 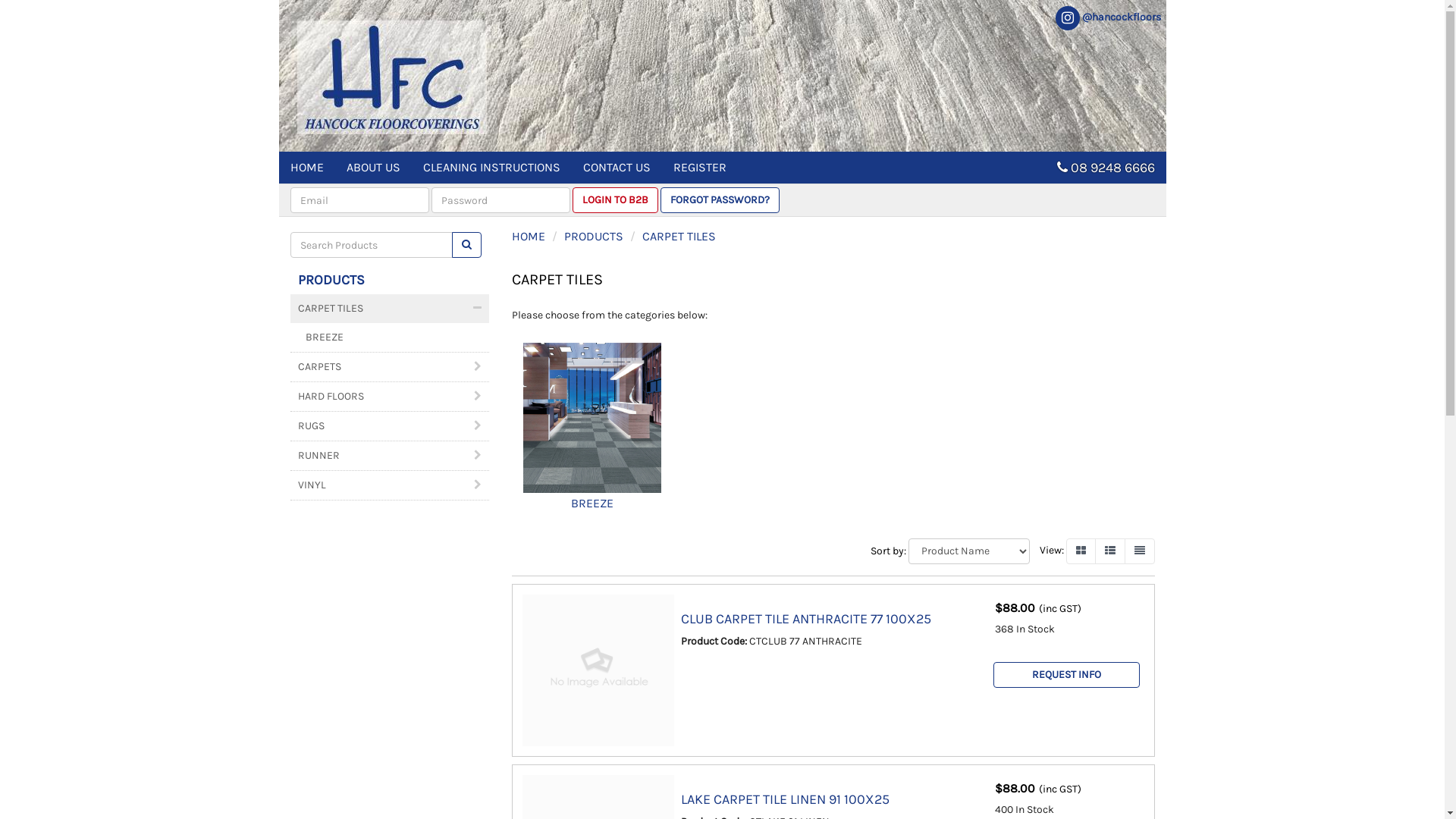 What do you see at coordinates (614, 199) in the screenshot?
I see `'Login to B2B'` at bounding box center [614, 199].